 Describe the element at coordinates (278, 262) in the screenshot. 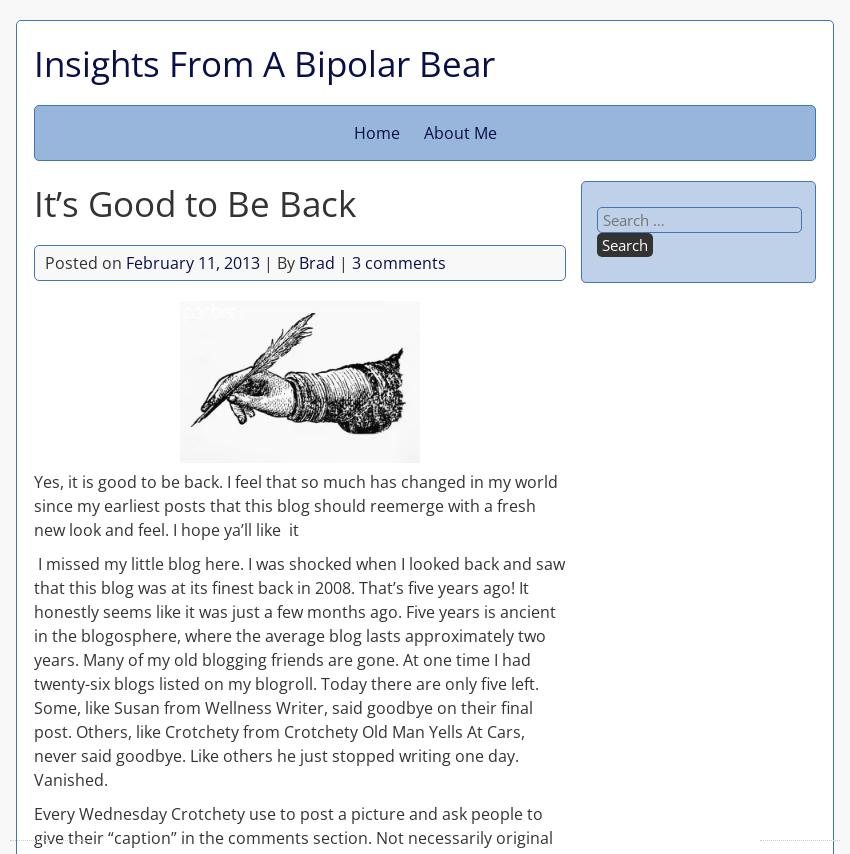

I see `'| 
	By'` at that location.